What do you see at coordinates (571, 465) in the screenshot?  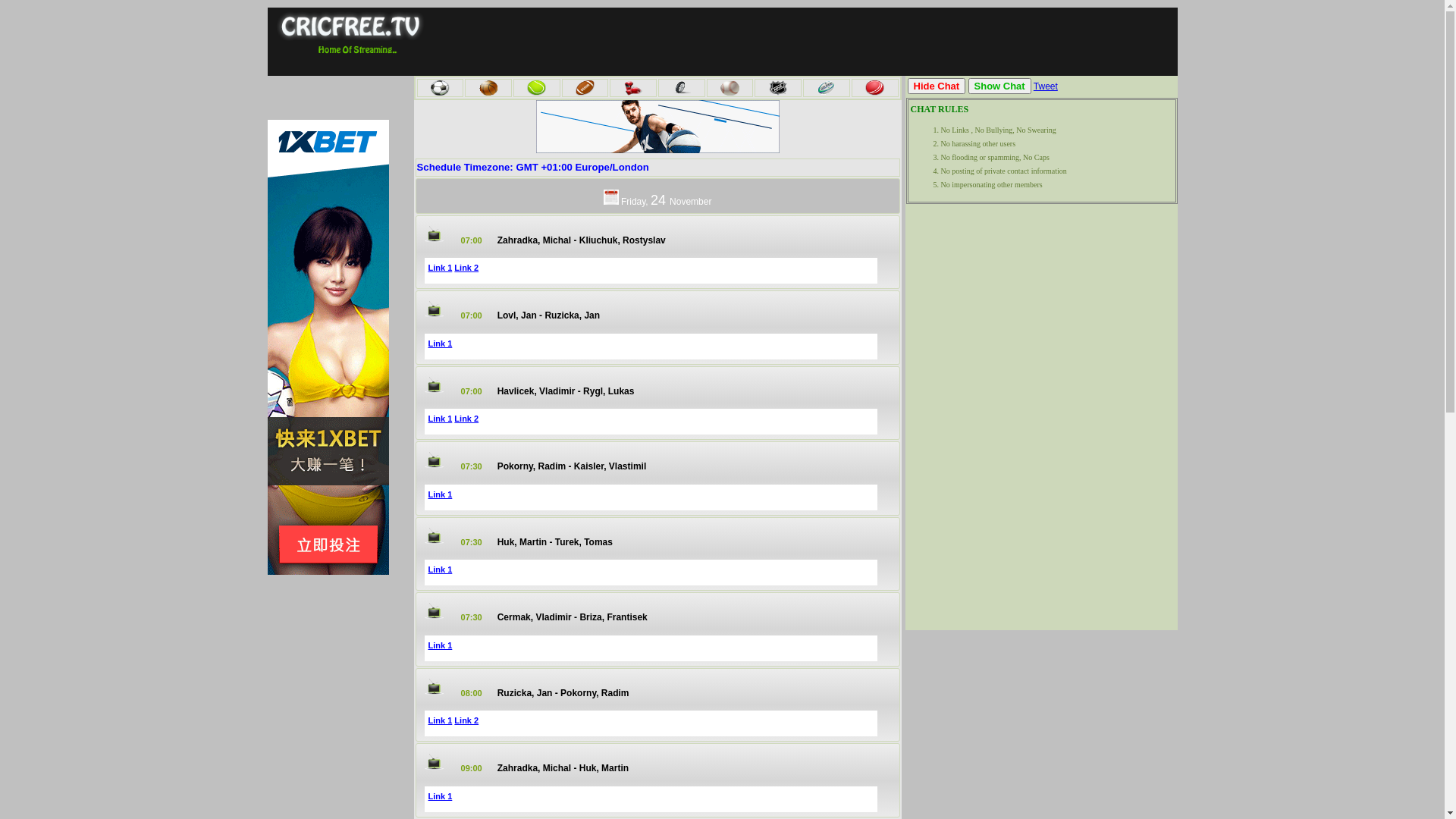 I see `'Pokorny, Radim - Kaisler, Vlastimil'` at bounding box center [571, 465].